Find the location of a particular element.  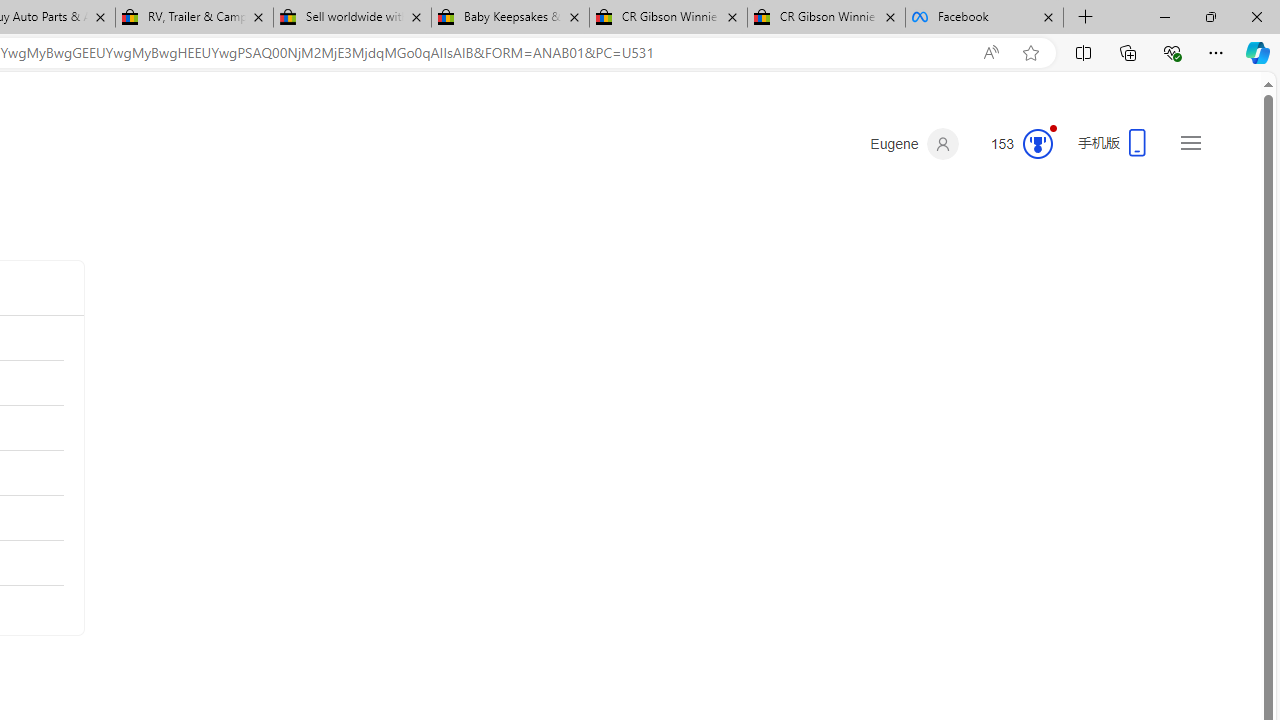

'New Tab' is located at coordinates (1085, 17).